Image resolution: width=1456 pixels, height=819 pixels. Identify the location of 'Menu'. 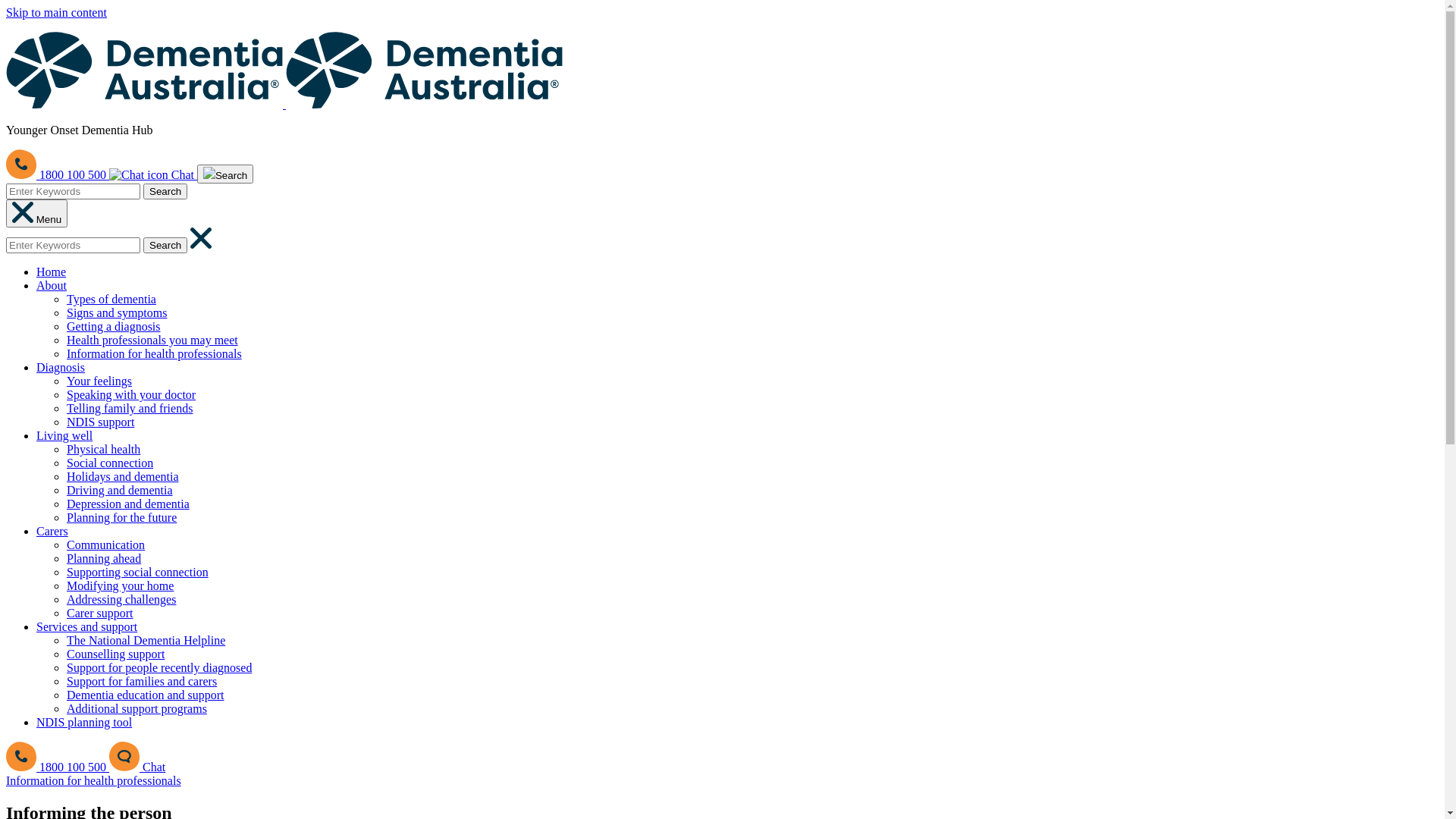
(36, 213).